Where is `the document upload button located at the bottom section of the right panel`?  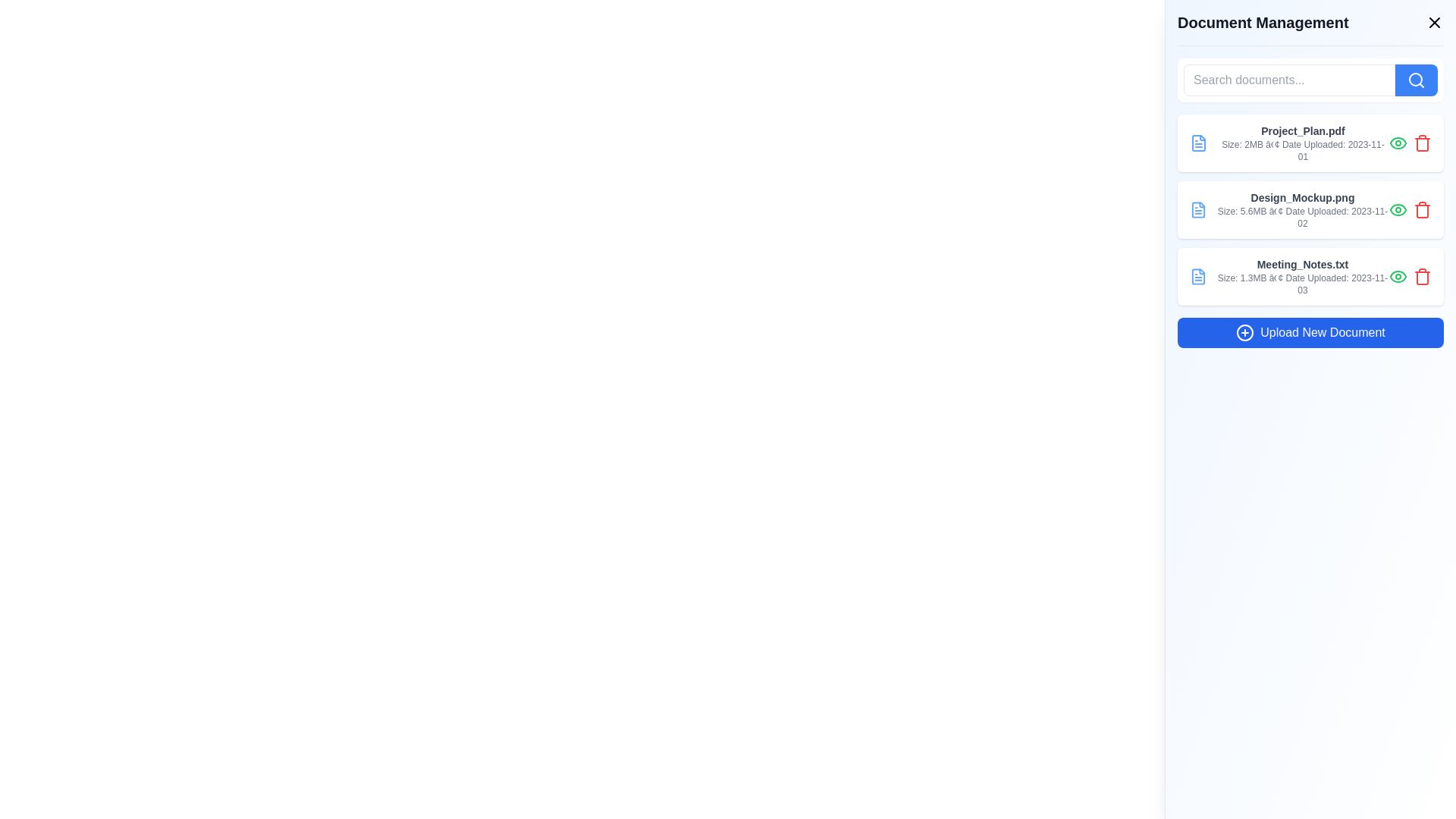 the document upload button located at the bottom section of the right panel is located at coordinates (1310, 332).